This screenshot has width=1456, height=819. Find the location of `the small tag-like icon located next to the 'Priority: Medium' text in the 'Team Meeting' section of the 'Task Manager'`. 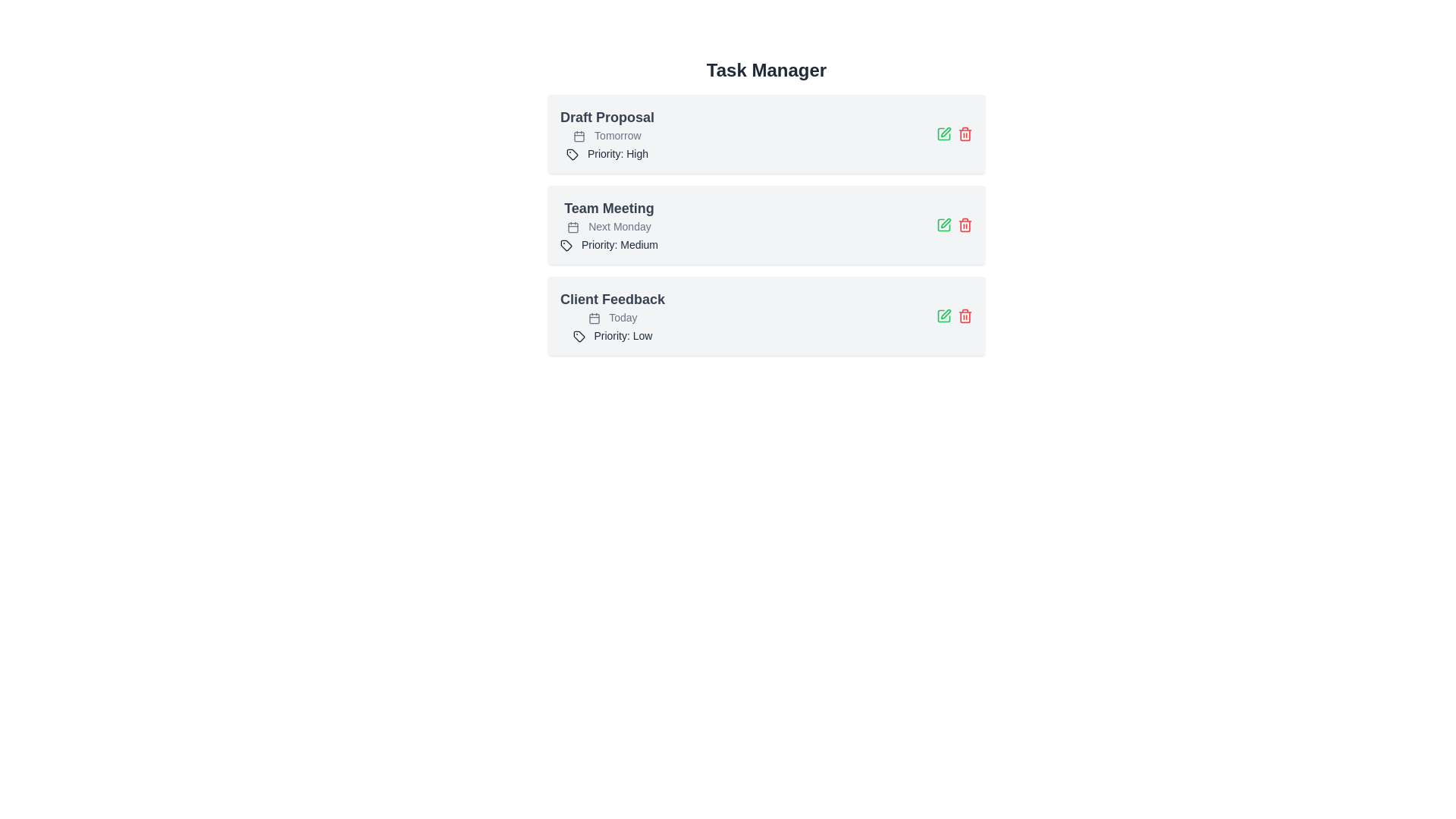

the small tag-like icon located next to the 'Priority: Medium' text in the 'Team Meeting' section of the 'Task Manager' is located at coordinates (566, 245).